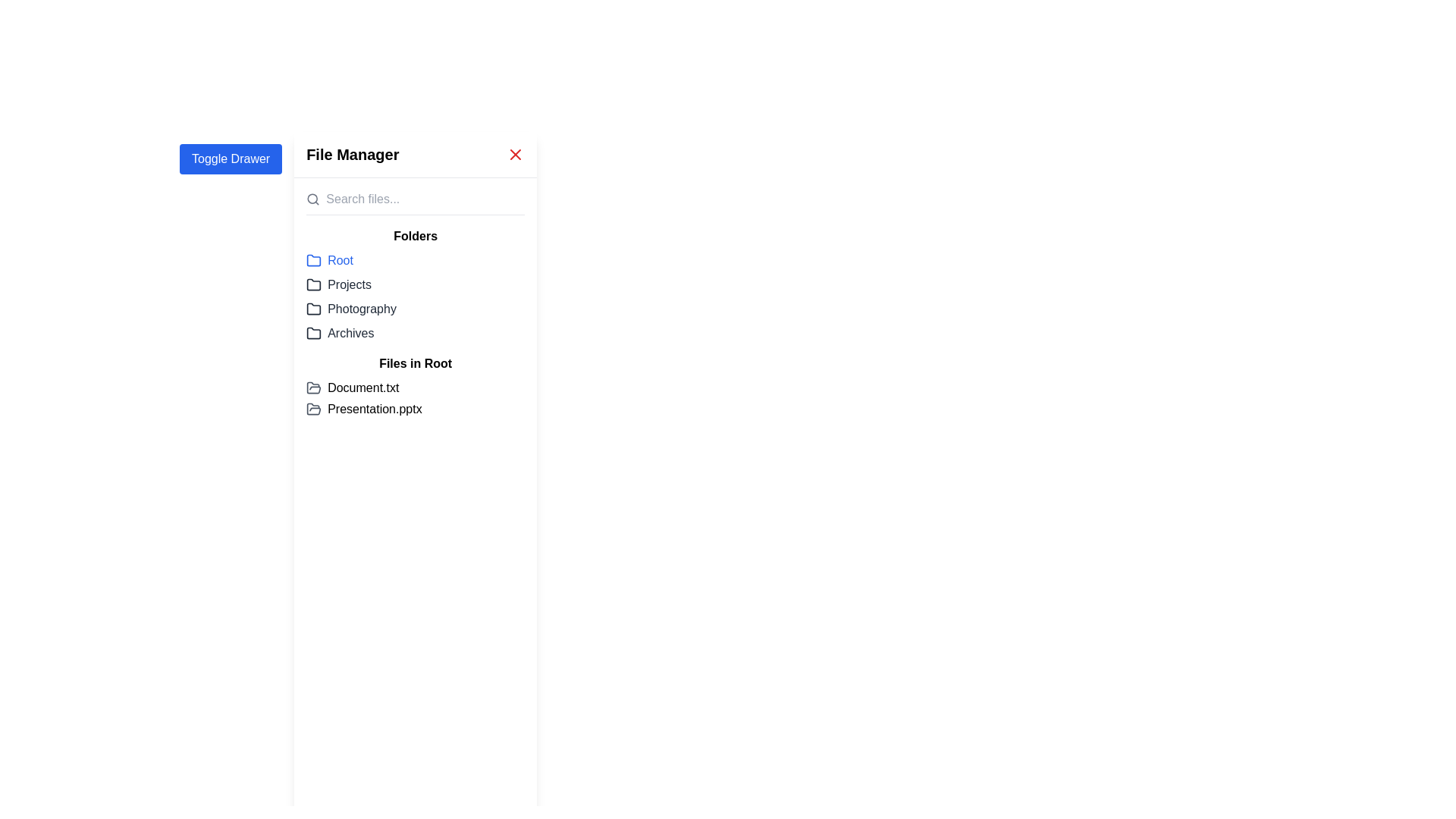 This screenshot has height=819, width=1456. Describe the element at coordinates (312, 284) in the screenshot. I see `the folder icon representing the 'Projects' entry in the file menu, located in the 'Folders' section of the left panel` at that location.